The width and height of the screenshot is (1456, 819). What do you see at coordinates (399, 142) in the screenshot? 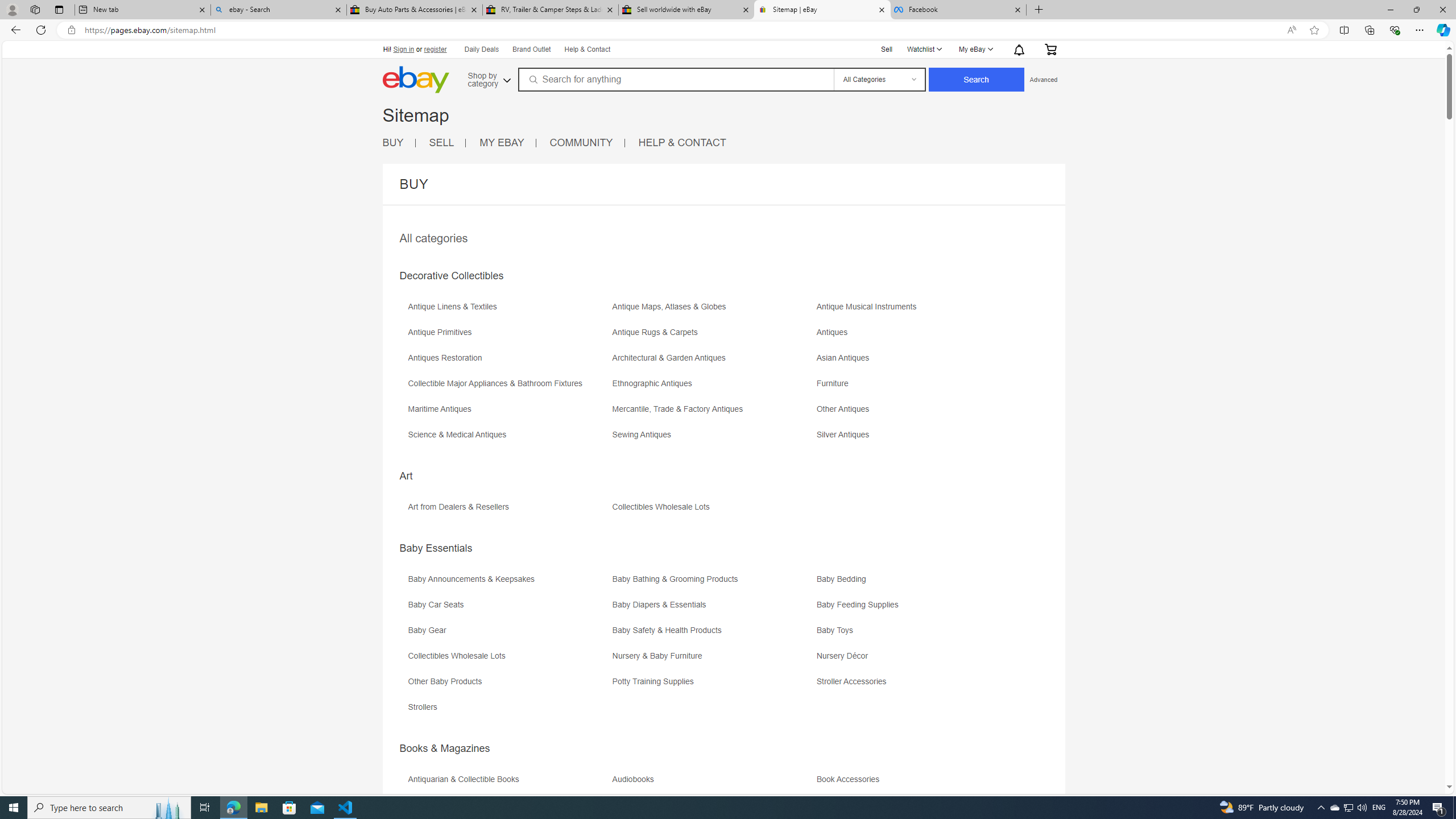
I see `'BUY'` at bounding box center [399, 142].